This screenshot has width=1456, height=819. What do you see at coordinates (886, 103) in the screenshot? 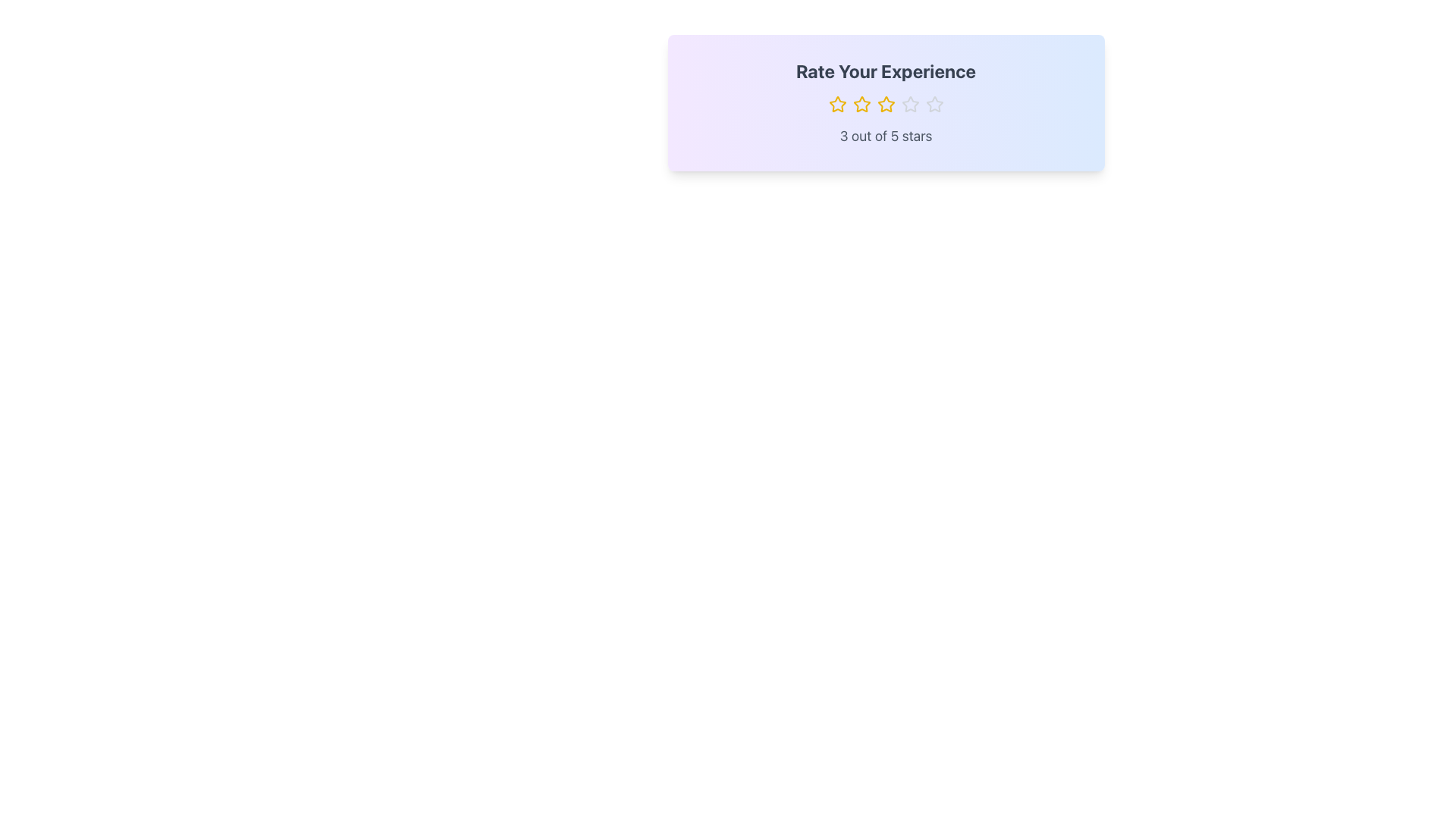
I see `the third star icon in the rating component` at bounding box center [886, 103].